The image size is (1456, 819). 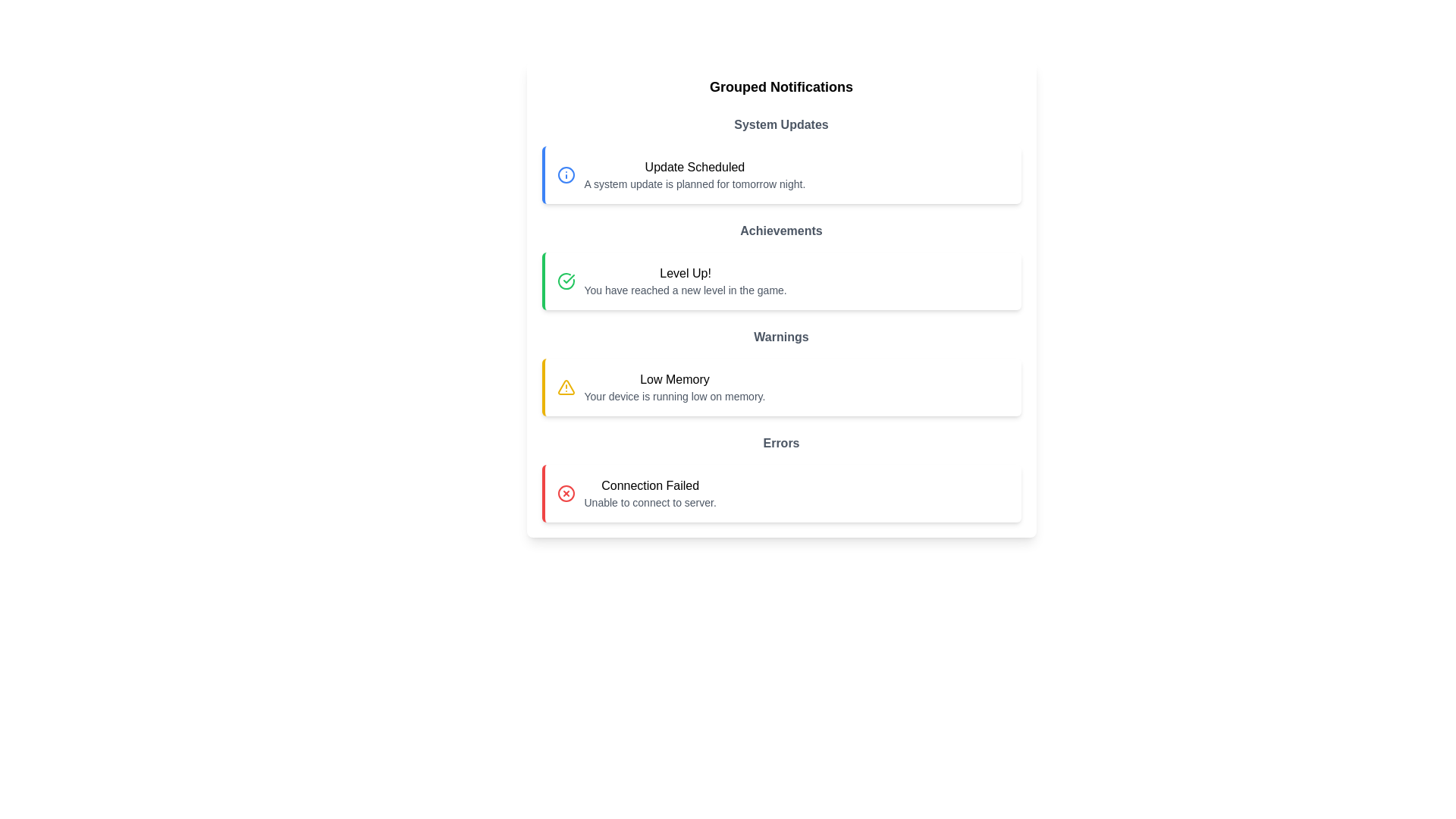 What do you see at coordinates (673, 386) in the screenshot?
I see `warning notification message about low memory in the third notification card under the 'Warnings' section, which is centered horizontally and located beneath a yellow warning icon` at bounding box center [673, 386].